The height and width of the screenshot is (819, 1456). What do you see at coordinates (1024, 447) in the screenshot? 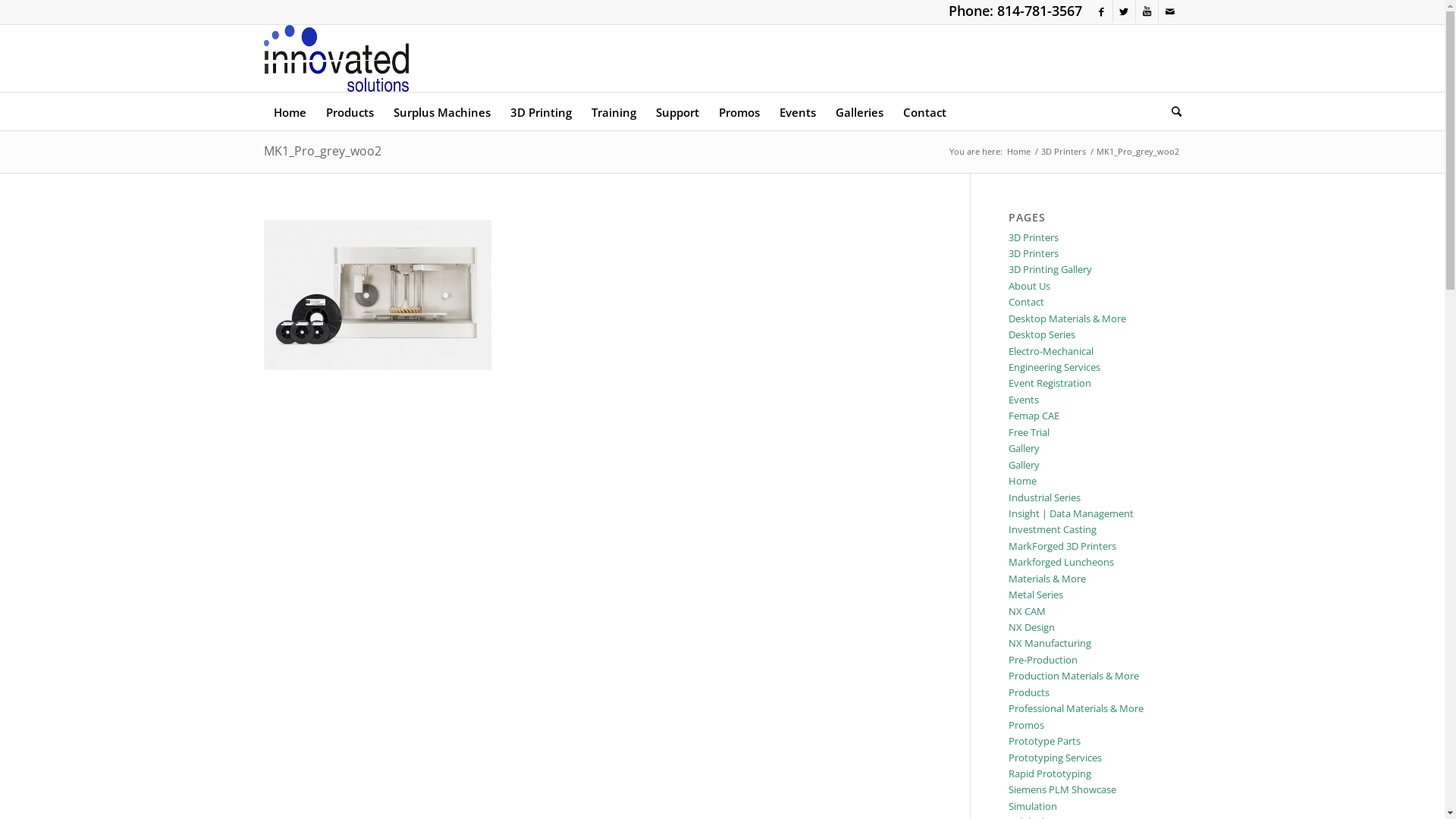
I see `'Gallery'` at bounding box center [1024, 447].